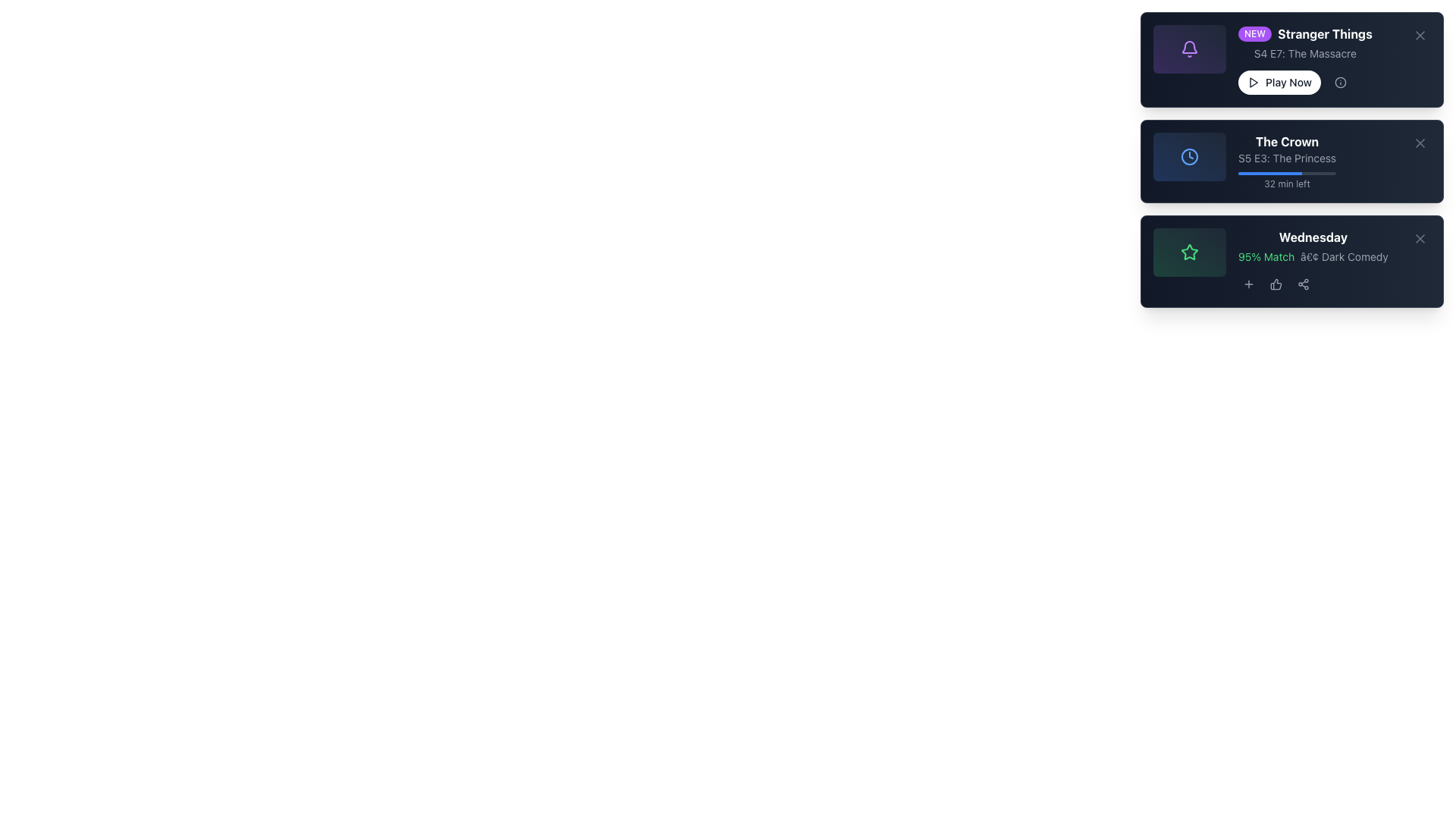 This screenshot has width=1456, height=819. Describe the element at coordinates (1419, 34) in the screenshot. I see `the small, circular button with an 'X' icon located in the top-right corner of the 'Stranger Things' card to change its color from gray to white` at that location.